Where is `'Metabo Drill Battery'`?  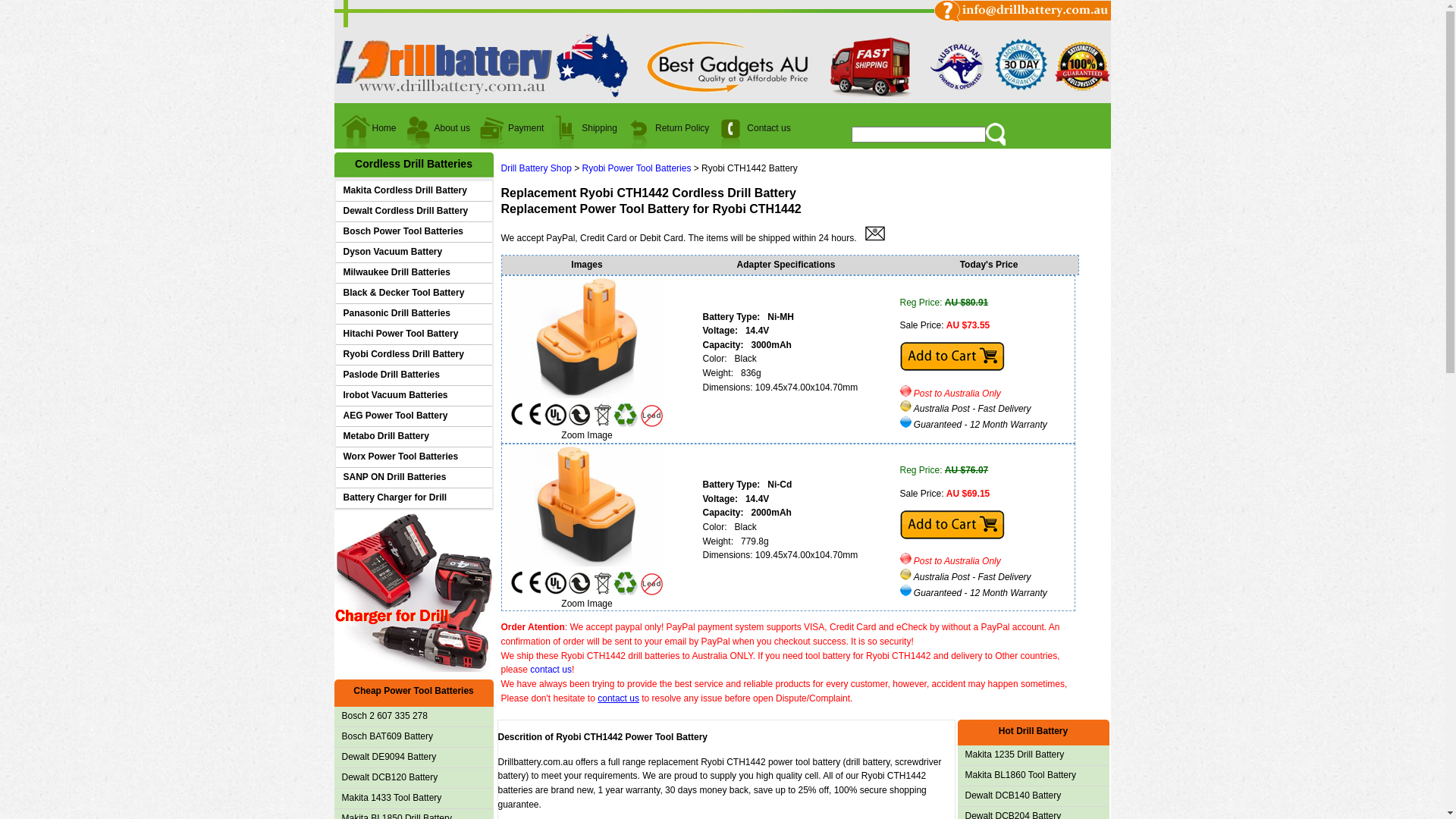 'Metabo Drill Battery' is located at coordinates (413, 436).